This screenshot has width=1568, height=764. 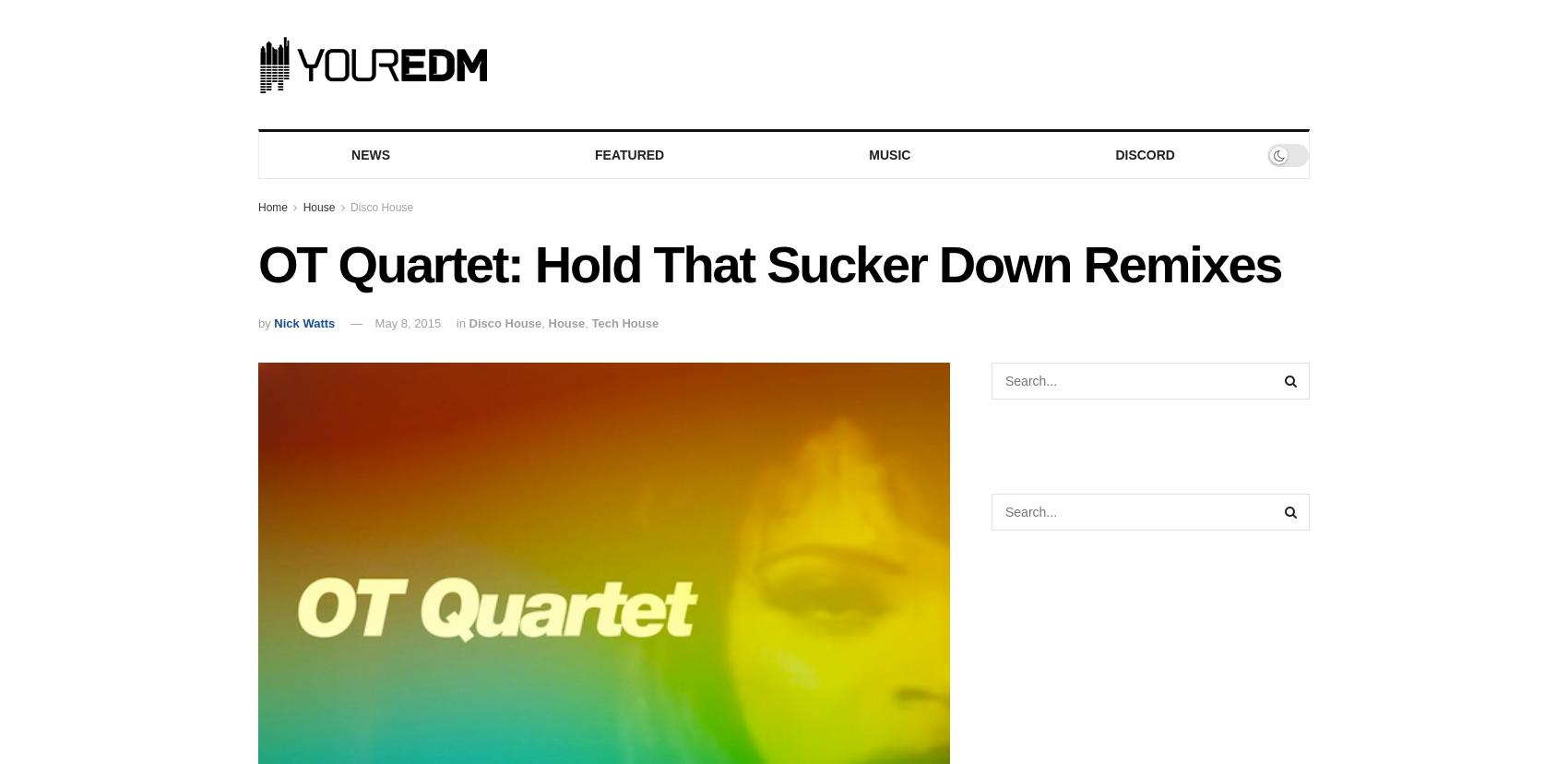 I want to click on 'Nick Watts', so click(x=303, y=323).